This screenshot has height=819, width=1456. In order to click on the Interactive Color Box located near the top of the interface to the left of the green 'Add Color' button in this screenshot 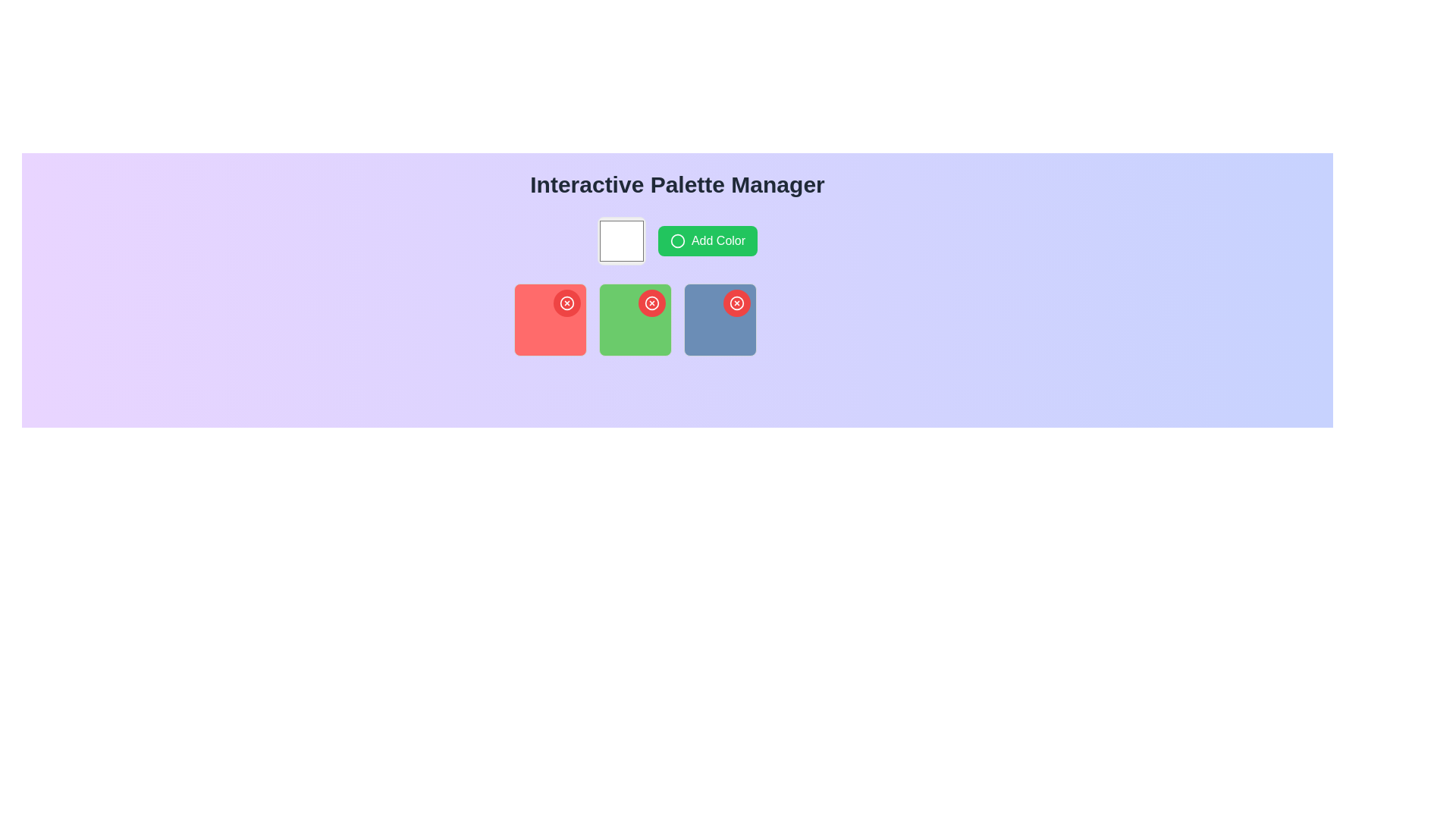, I will do `click(621, 240)`.